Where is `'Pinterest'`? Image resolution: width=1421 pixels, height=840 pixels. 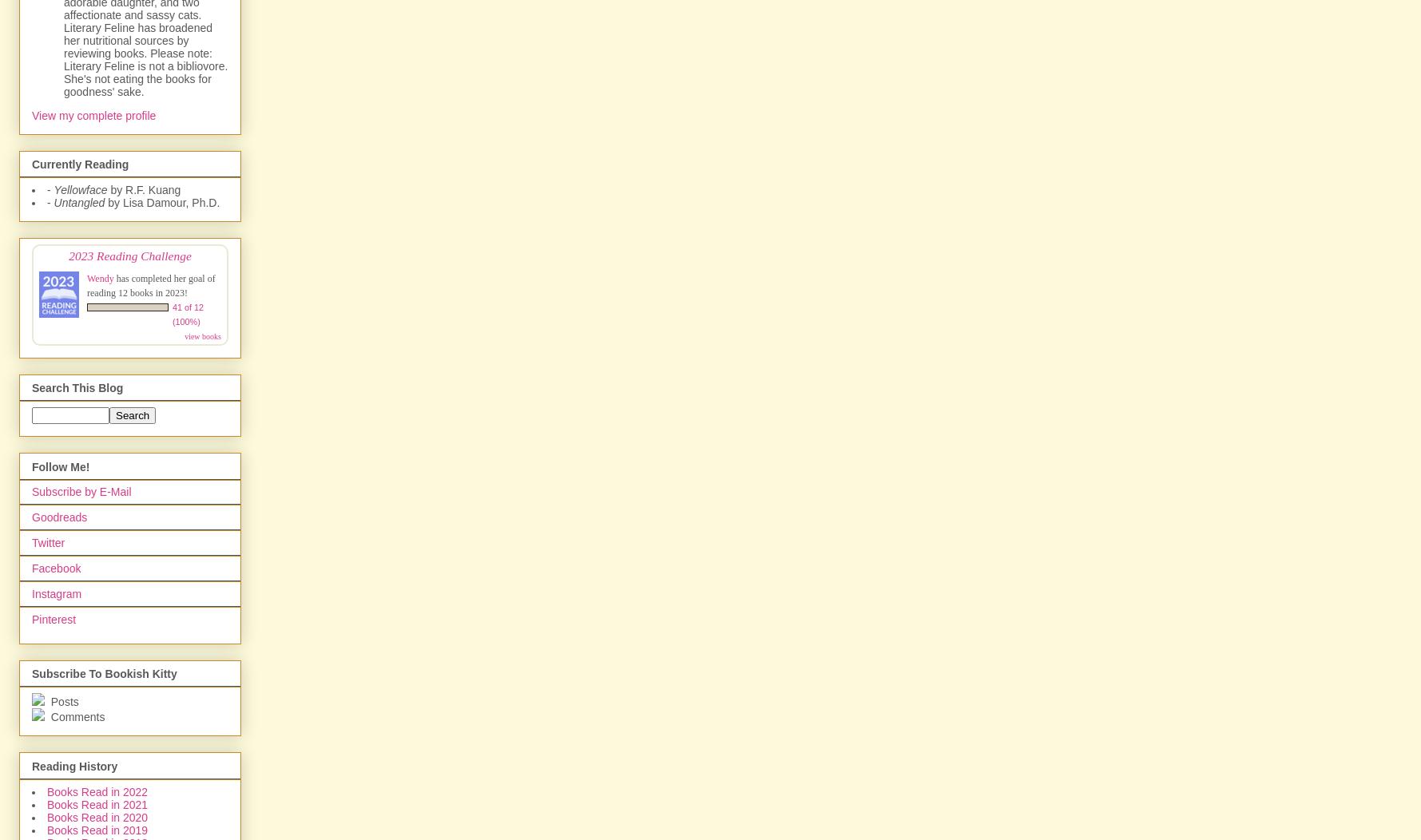 'Pinterest' is located at coordinates (54, 618).